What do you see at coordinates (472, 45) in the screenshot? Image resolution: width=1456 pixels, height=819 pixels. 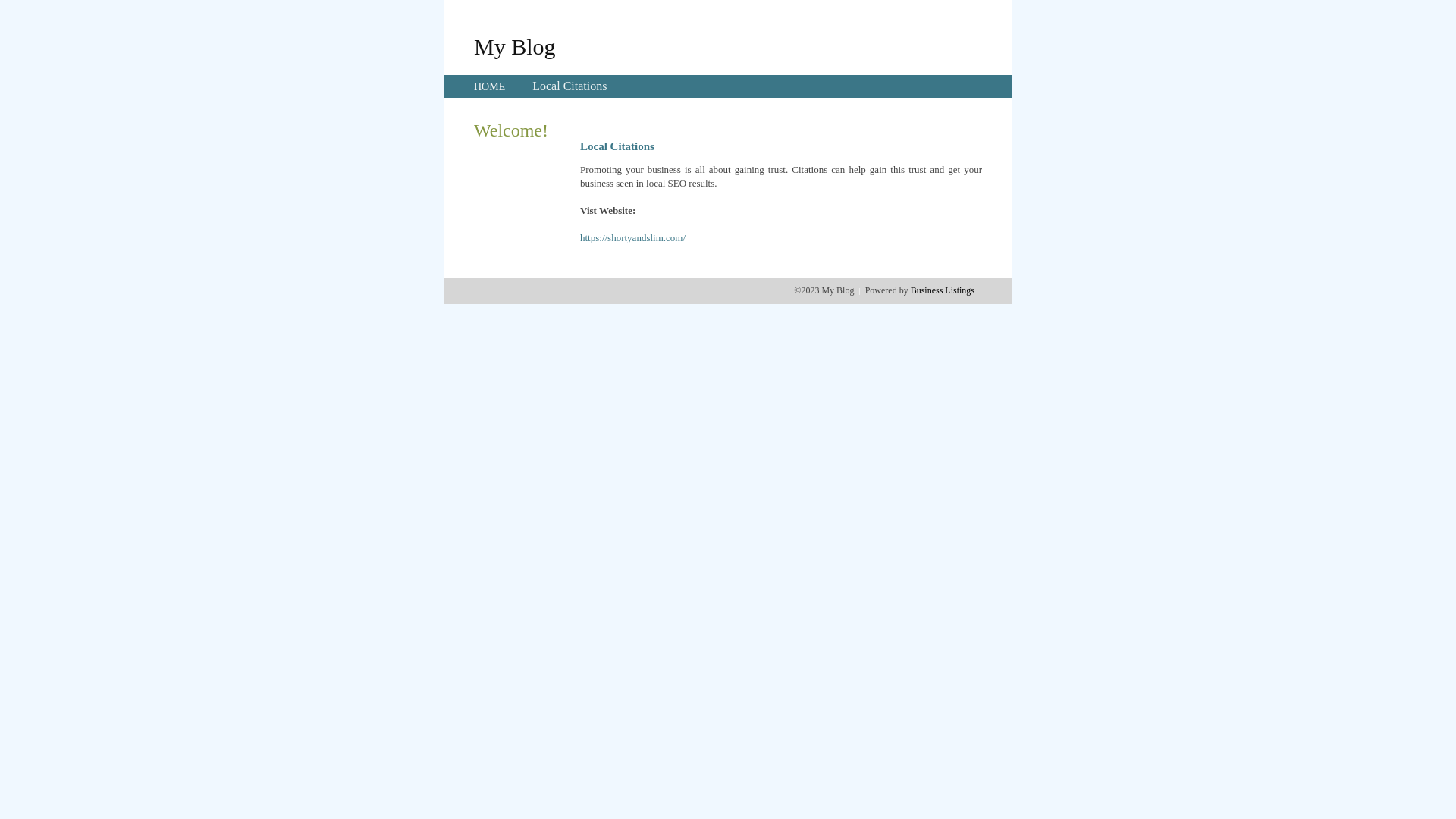 I see `'My Blog'` at bounding box center [472, 45].